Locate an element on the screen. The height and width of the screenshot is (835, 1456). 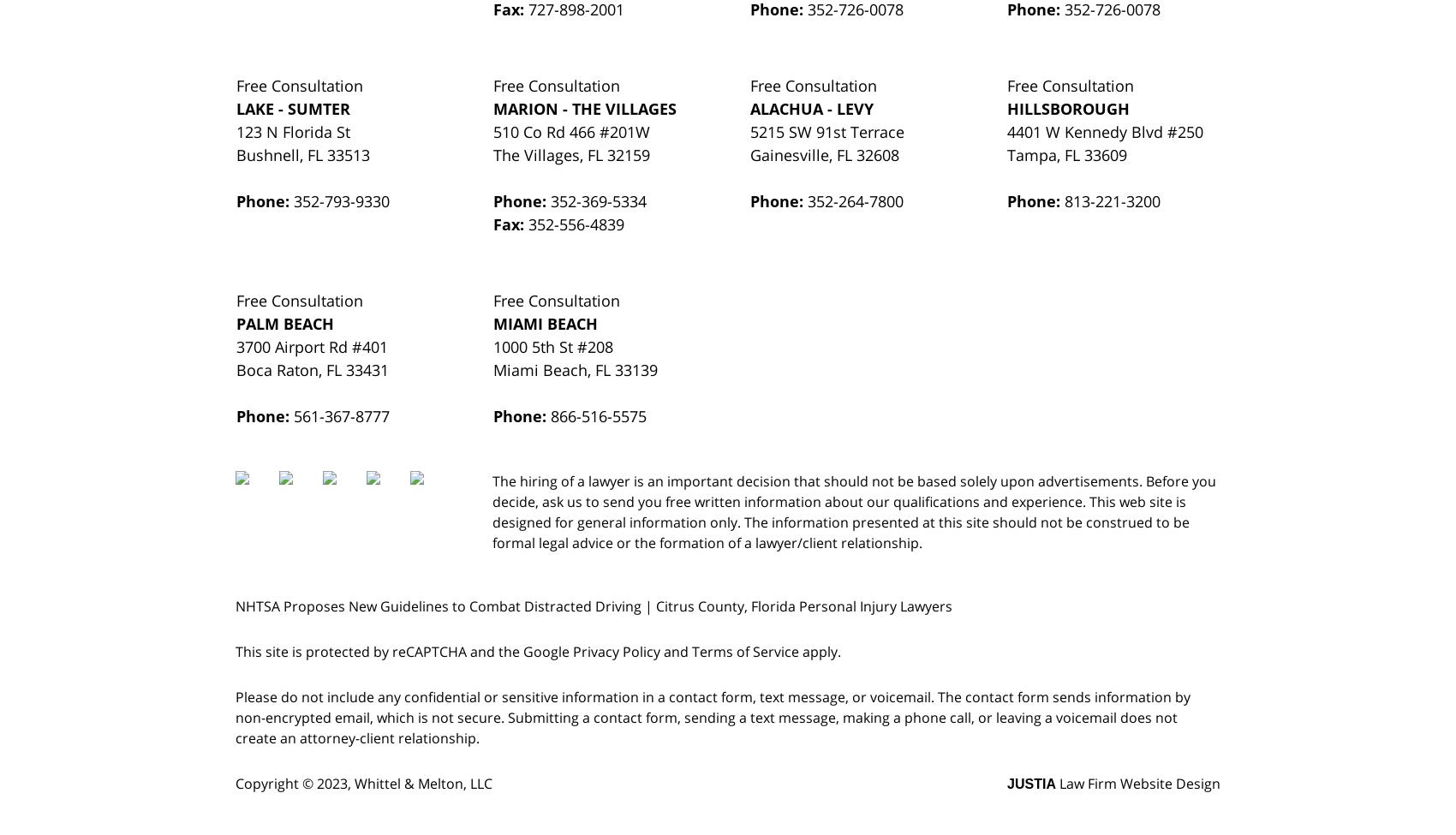
'ALACHUA - LEVY' is located at coordinates (811, 108).